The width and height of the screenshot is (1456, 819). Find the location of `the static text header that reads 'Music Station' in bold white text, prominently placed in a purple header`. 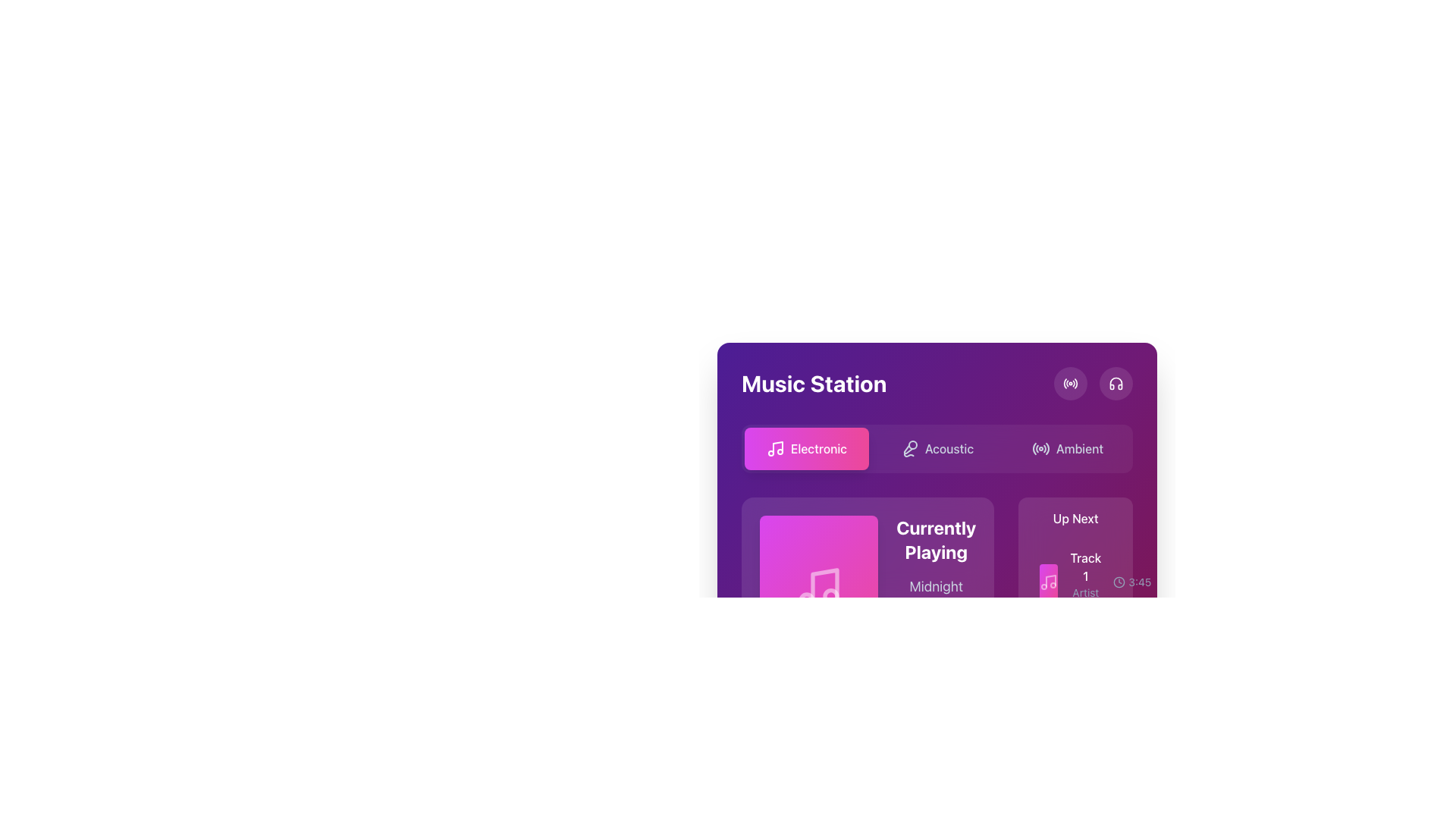

the static text header that reads 'Music Station' in bold white text, prominently placed in a purple header is located at coordinates (813, 382).